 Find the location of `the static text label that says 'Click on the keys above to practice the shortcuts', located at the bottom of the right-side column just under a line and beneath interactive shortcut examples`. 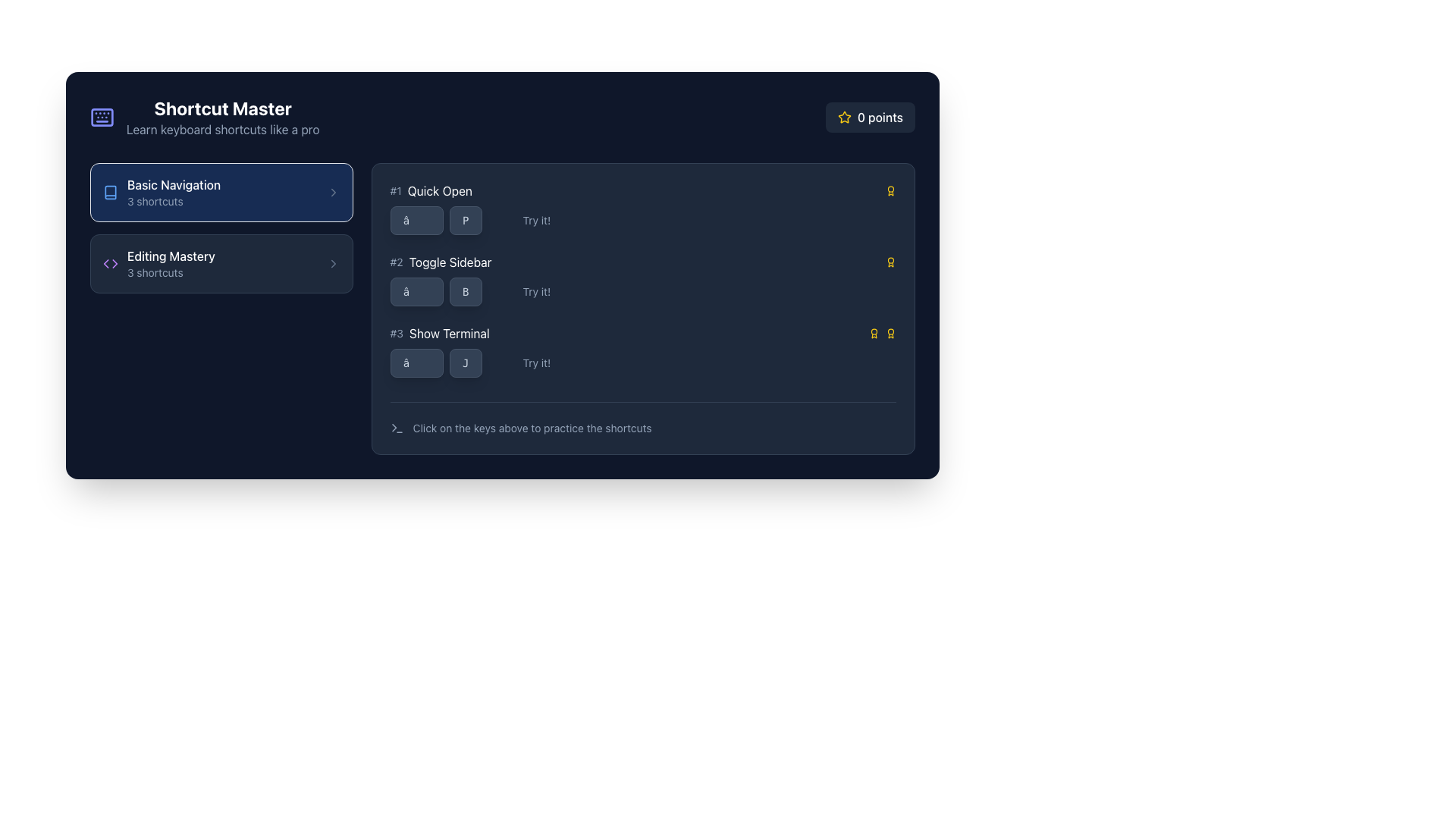

the static text label that says 'Click on the keys above to practice the shortcuts', located at the bottom of the right-side column just under a line and beneath interactive shortcut examples is located at coordinates (532, 428).